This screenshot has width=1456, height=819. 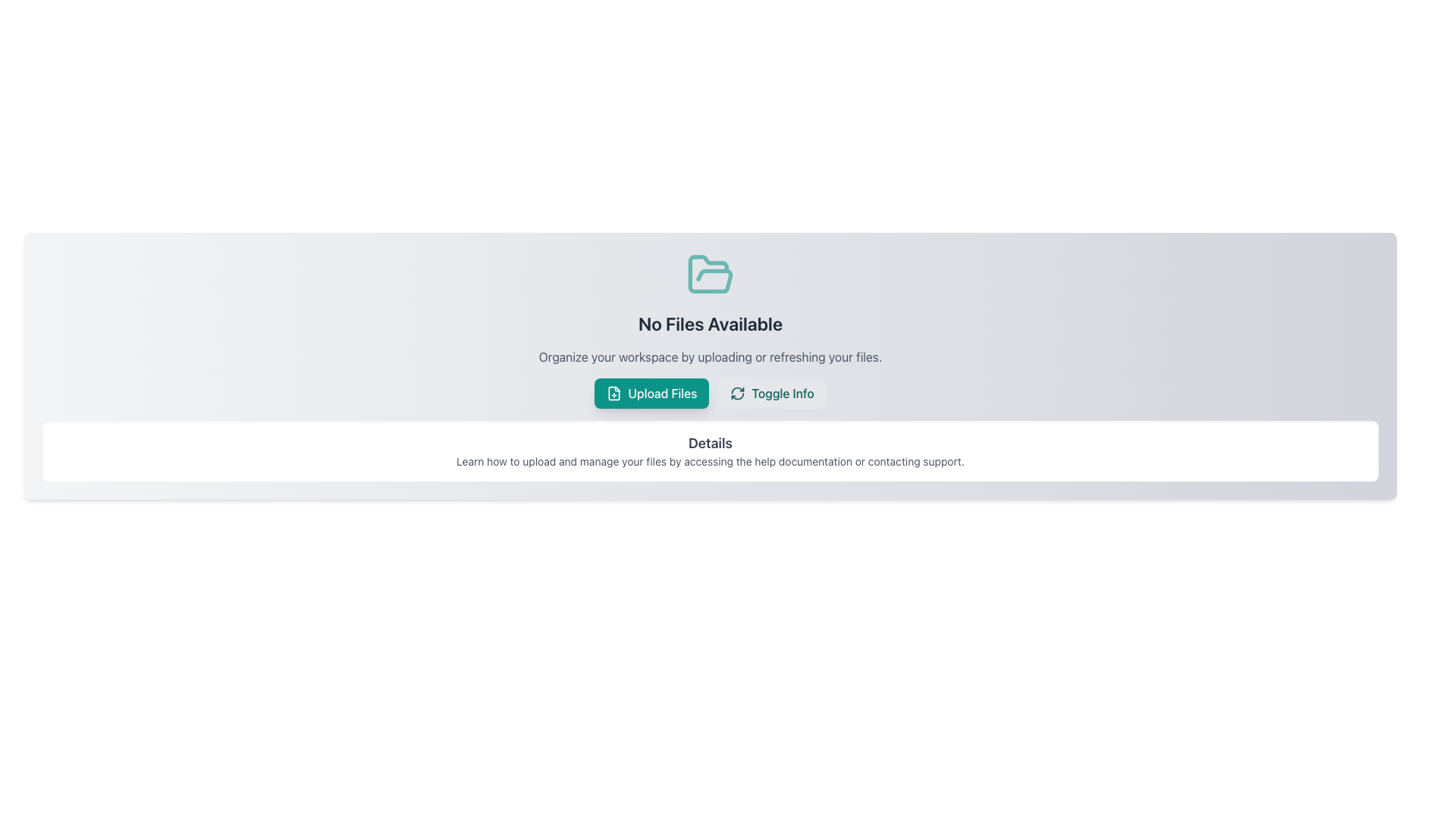 I want to click on the refresh icon, which consists of two curved arrows forming a circular pattern, styled with a green stroke, located within the 'Toggle Info' button, so click(x=738, y=393).